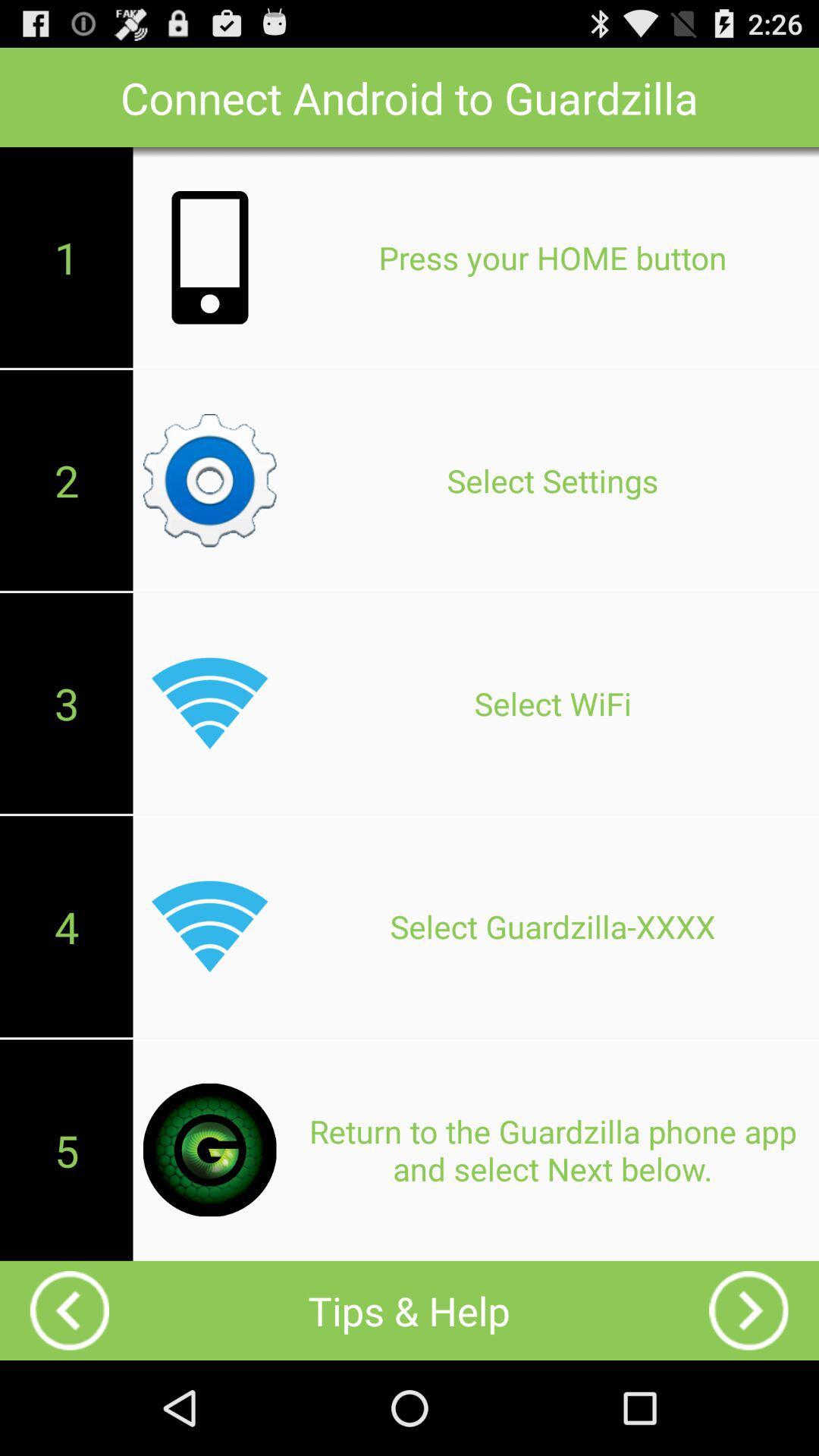  What do you see at coordinates (70, 1401) in the screenshot?
I see `the arrow_backward icon` at bounding box center [70, 1401].